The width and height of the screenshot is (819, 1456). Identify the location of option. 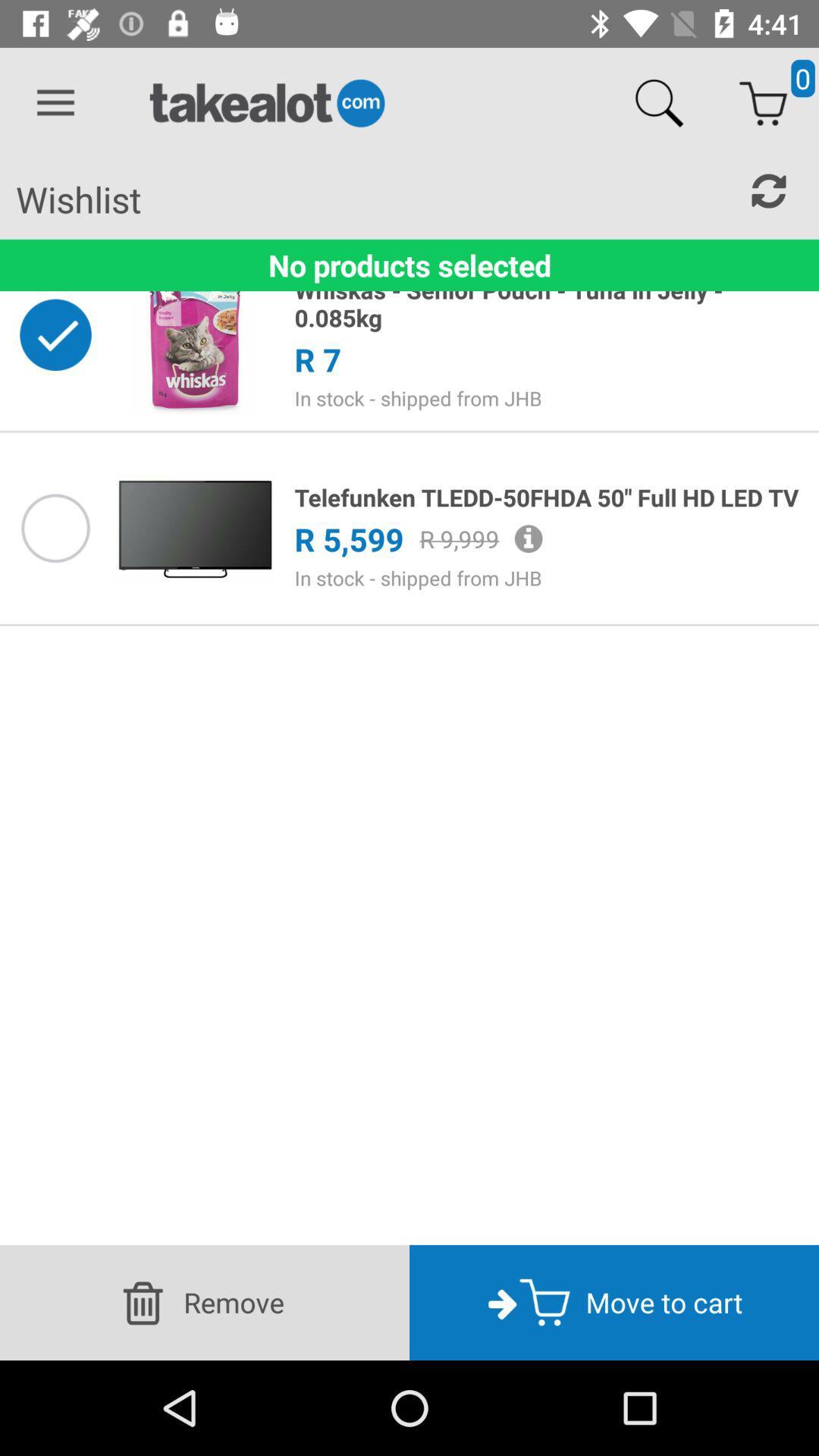
(55, 528).